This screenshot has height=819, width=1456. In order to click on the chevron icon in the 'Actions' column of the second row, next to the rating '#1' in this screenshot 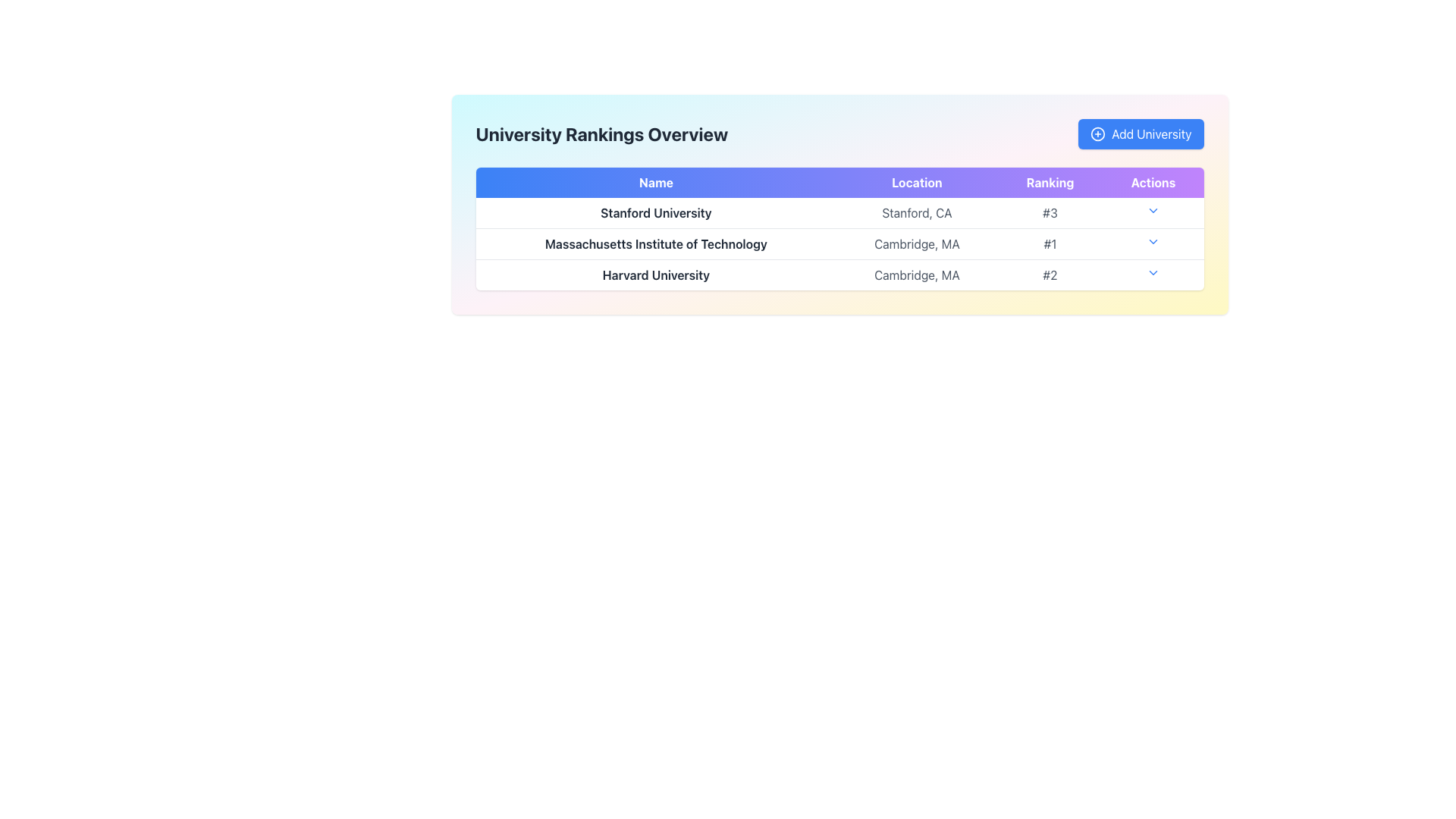, I will do `click(1153, 243)`.